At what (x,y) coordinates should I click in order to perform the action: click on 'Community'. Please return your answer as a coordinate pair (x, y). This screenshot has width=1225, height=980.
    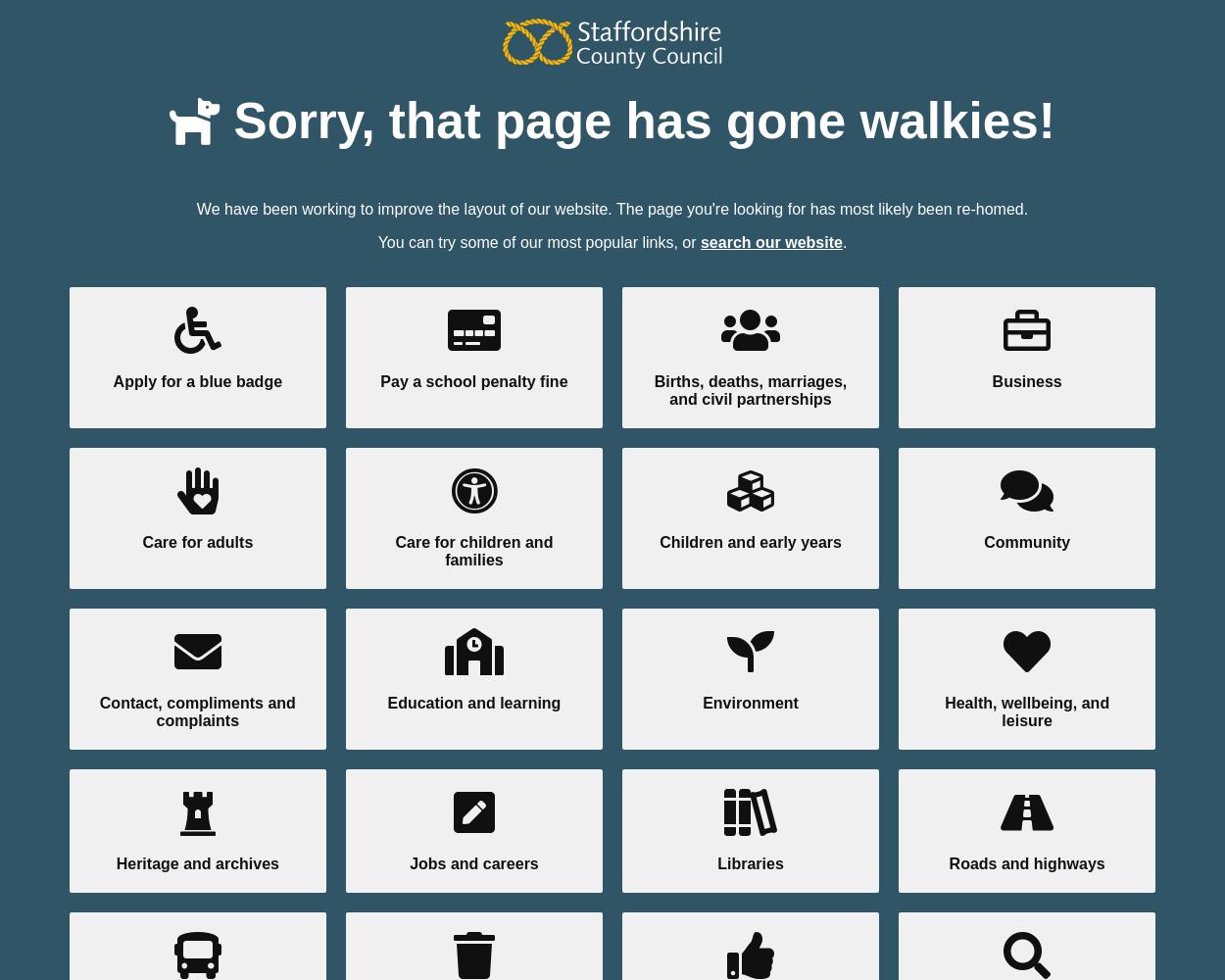
    Looking at the image, I should click on (1027, 541).